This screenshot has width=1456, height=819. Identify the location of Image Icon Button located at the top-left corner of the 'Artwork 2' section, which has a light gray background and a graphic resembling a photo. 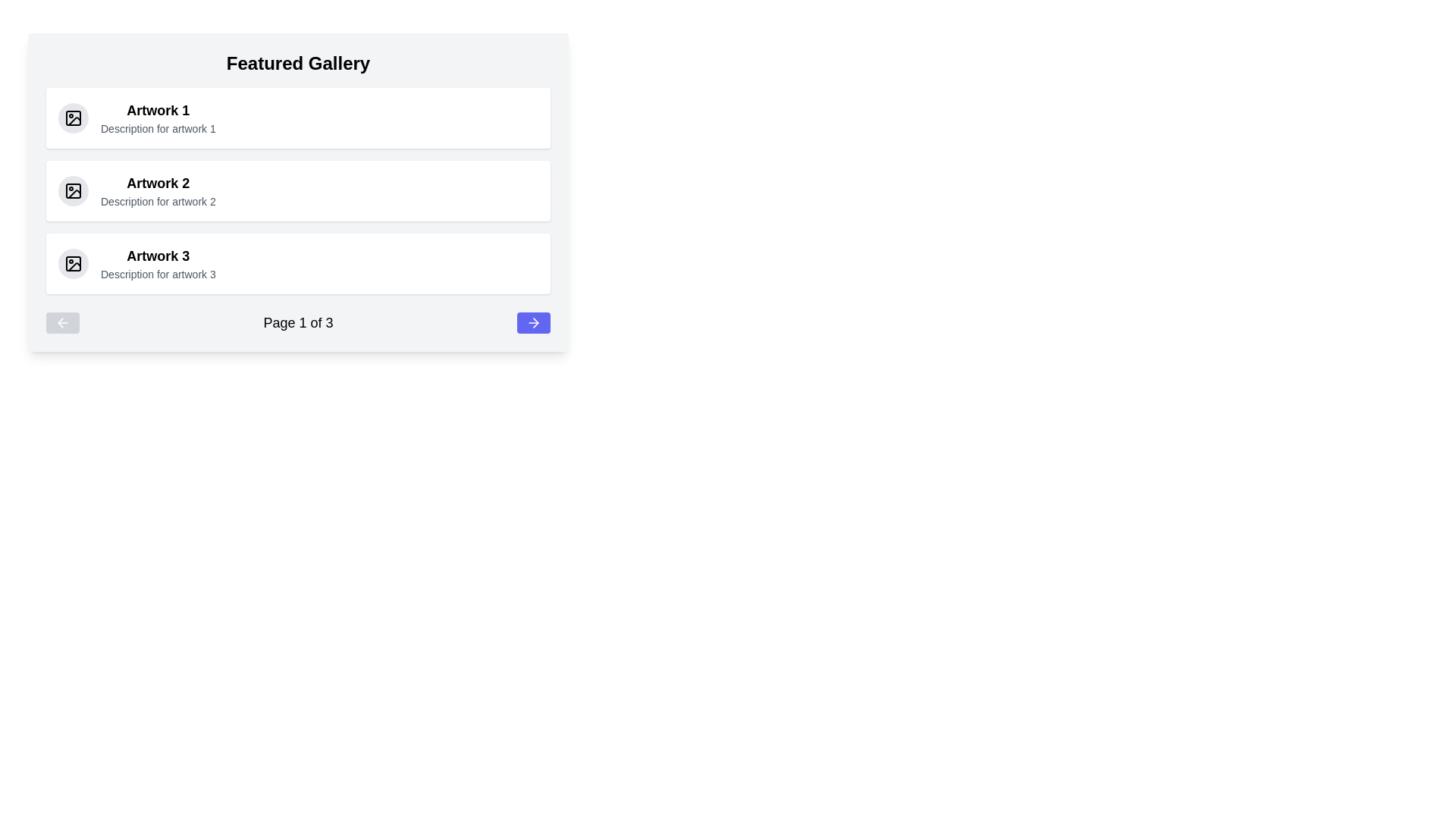
(72, 190).